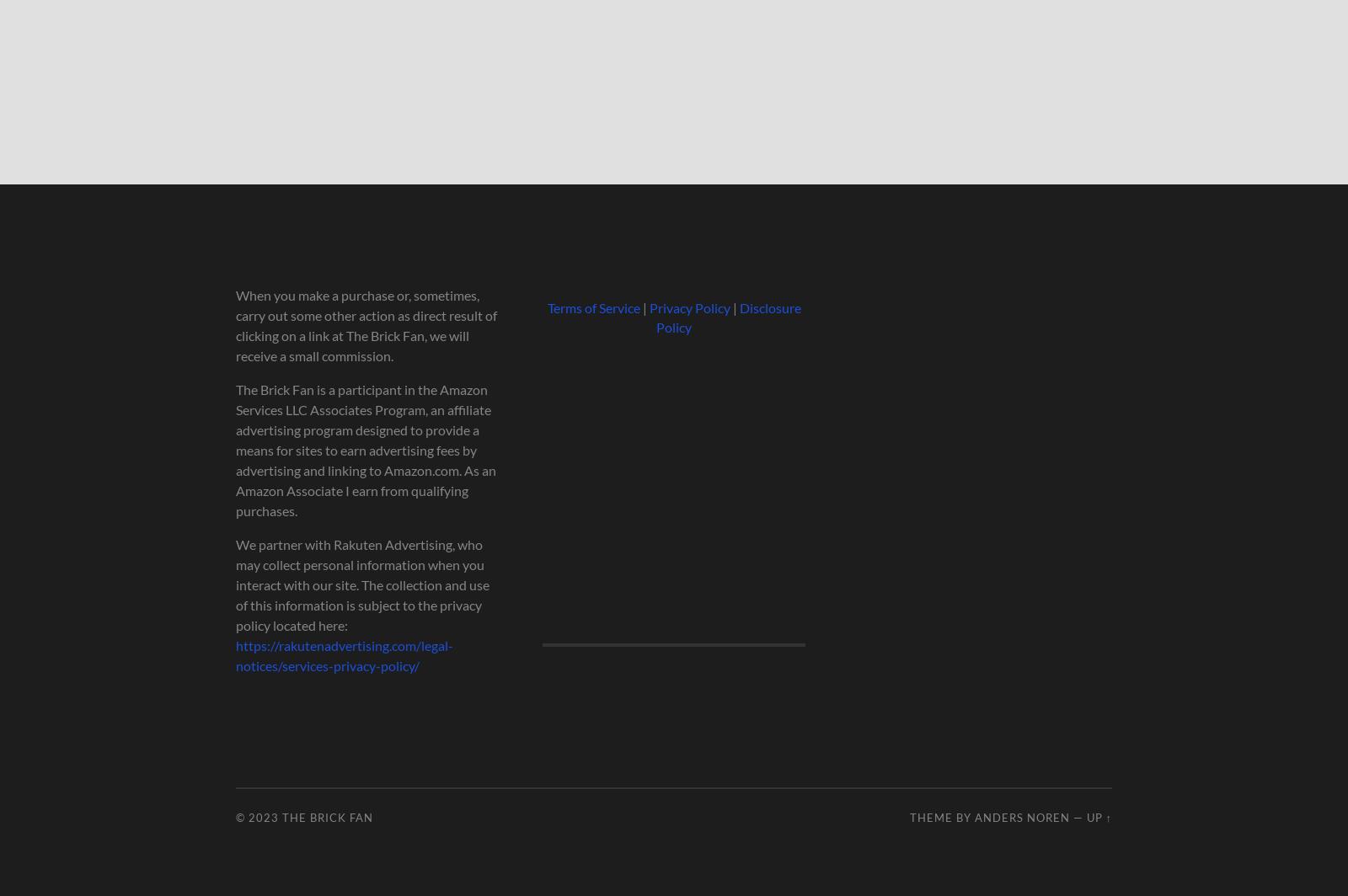  What do you see at coordinates (687, 307) in the screenshot?
I see `'Privacy Policy'` at bounding box center [687, 307].